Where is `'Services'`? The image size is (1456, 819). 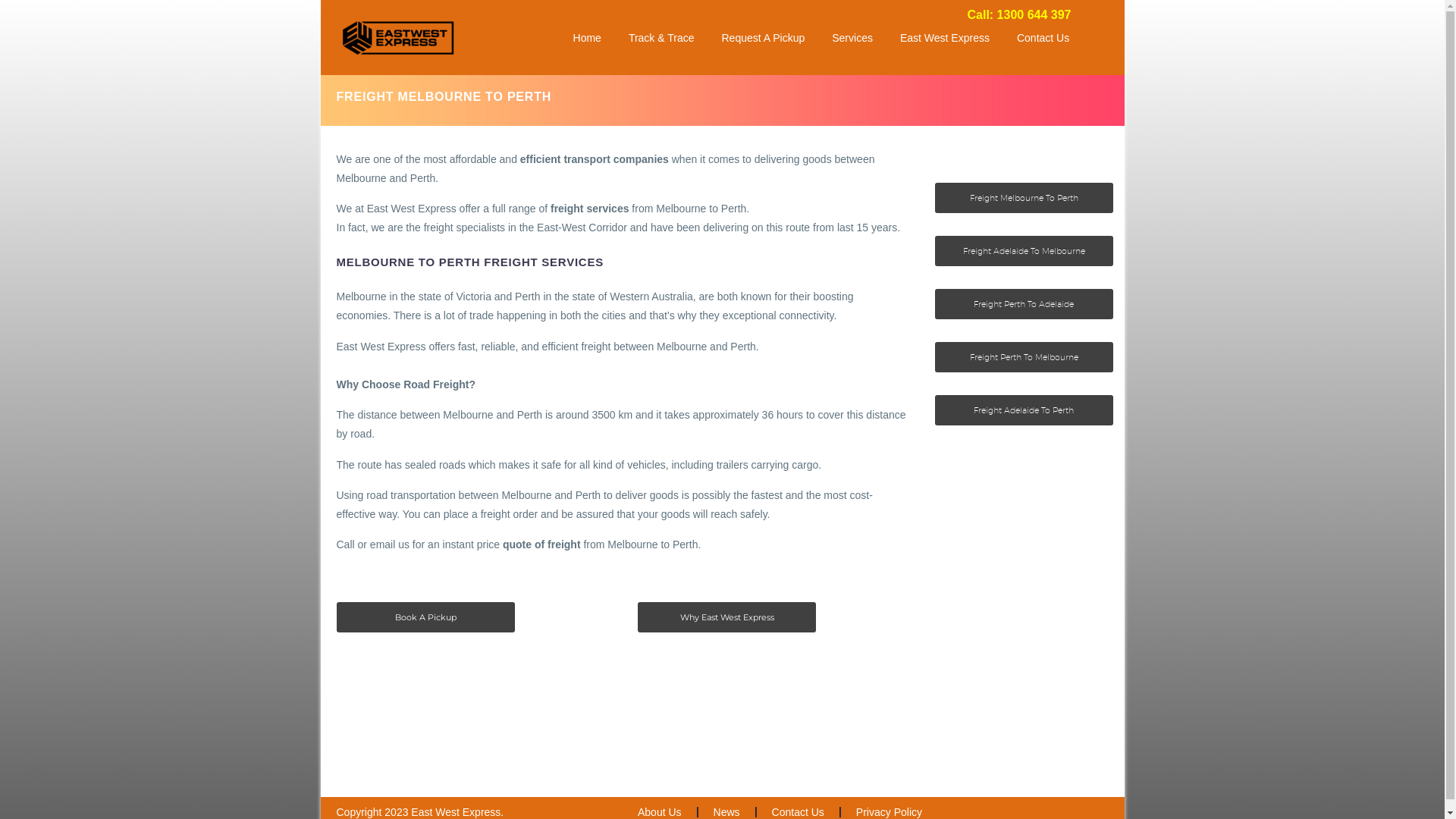
'Services' is located at coordinates (852, 37).